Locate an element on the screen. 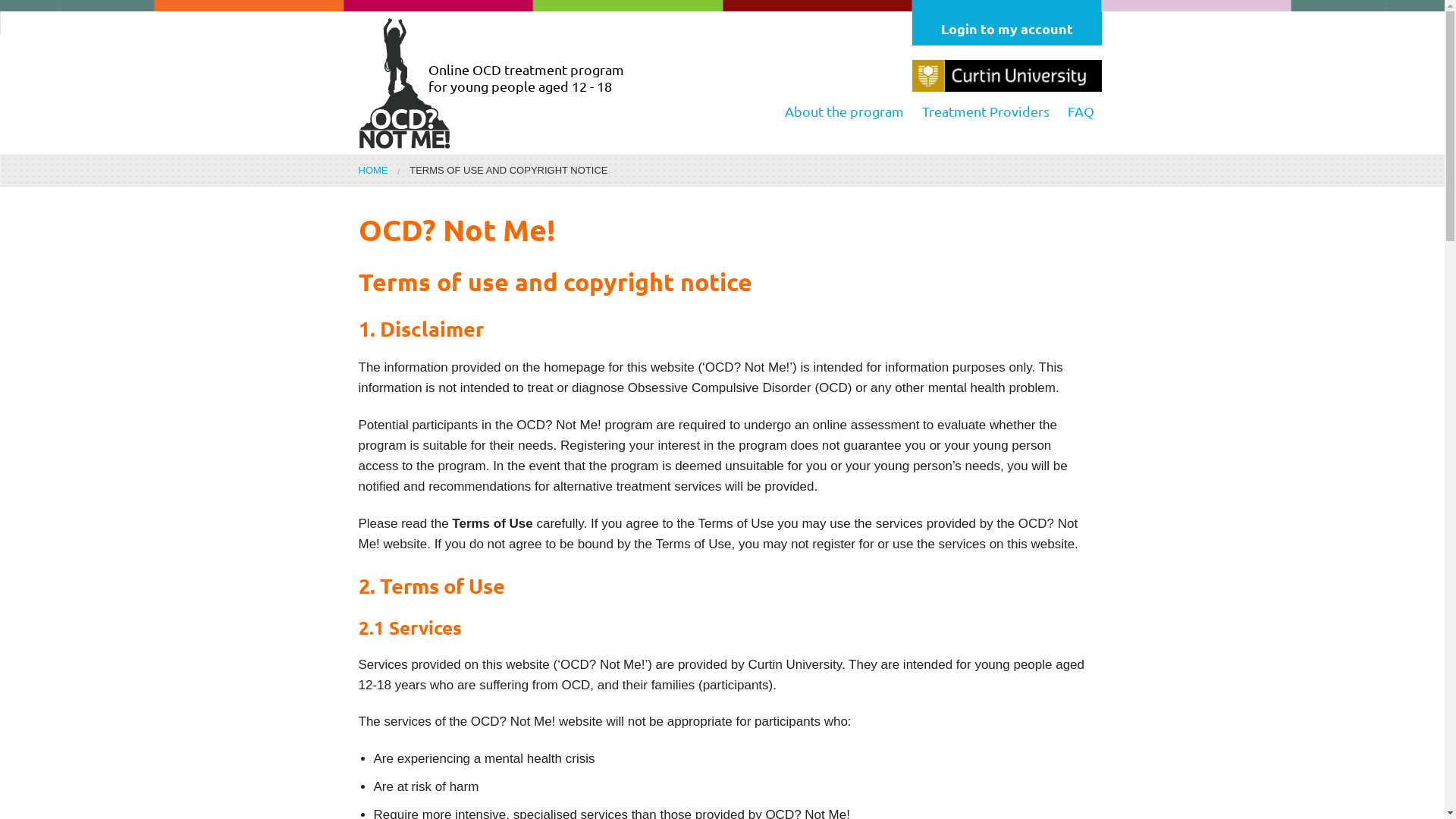  'HOME' is located at coordinates (372, 170).